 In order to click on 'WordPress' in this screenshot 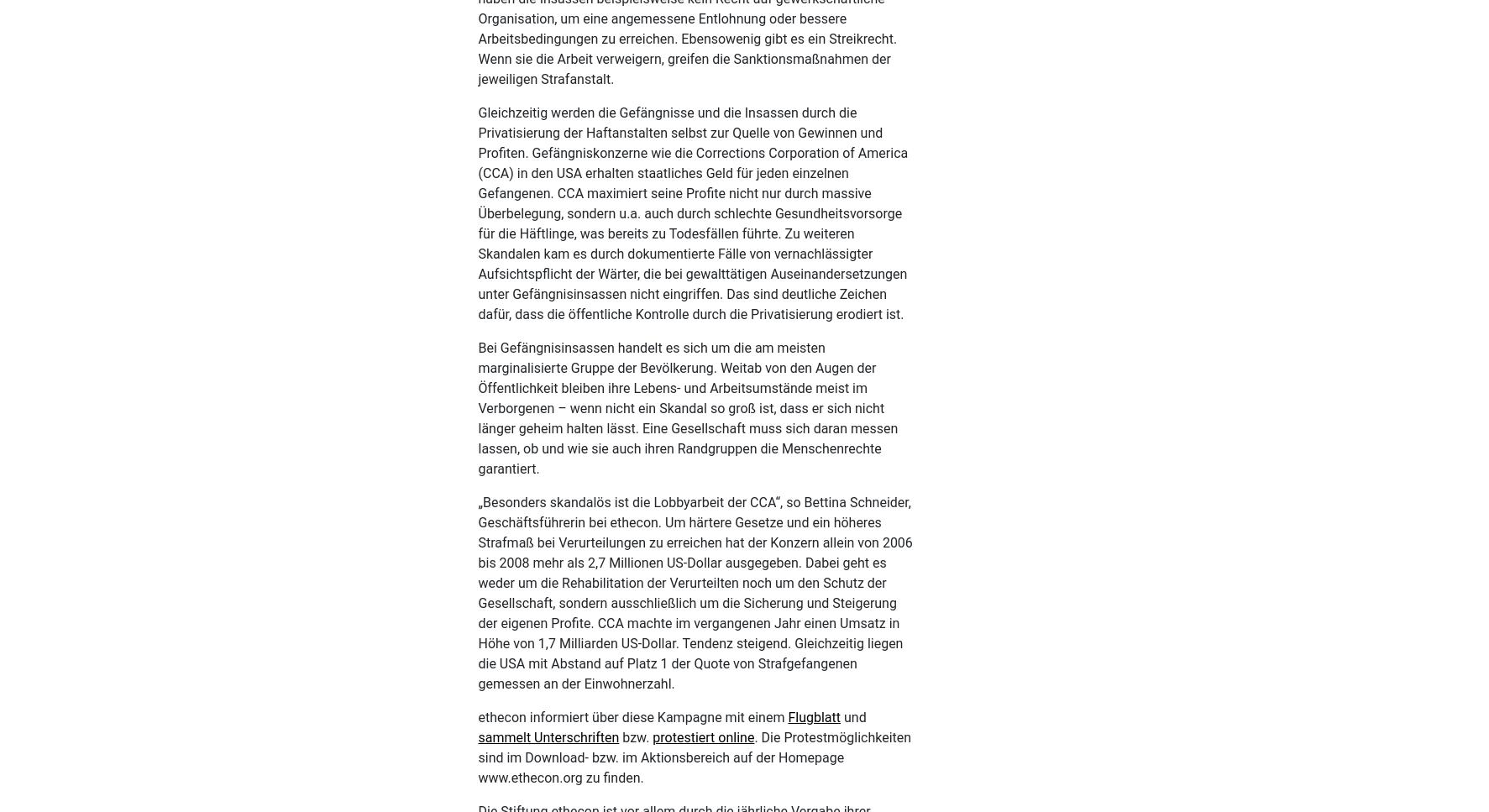, I will do `click(364, 777)`.